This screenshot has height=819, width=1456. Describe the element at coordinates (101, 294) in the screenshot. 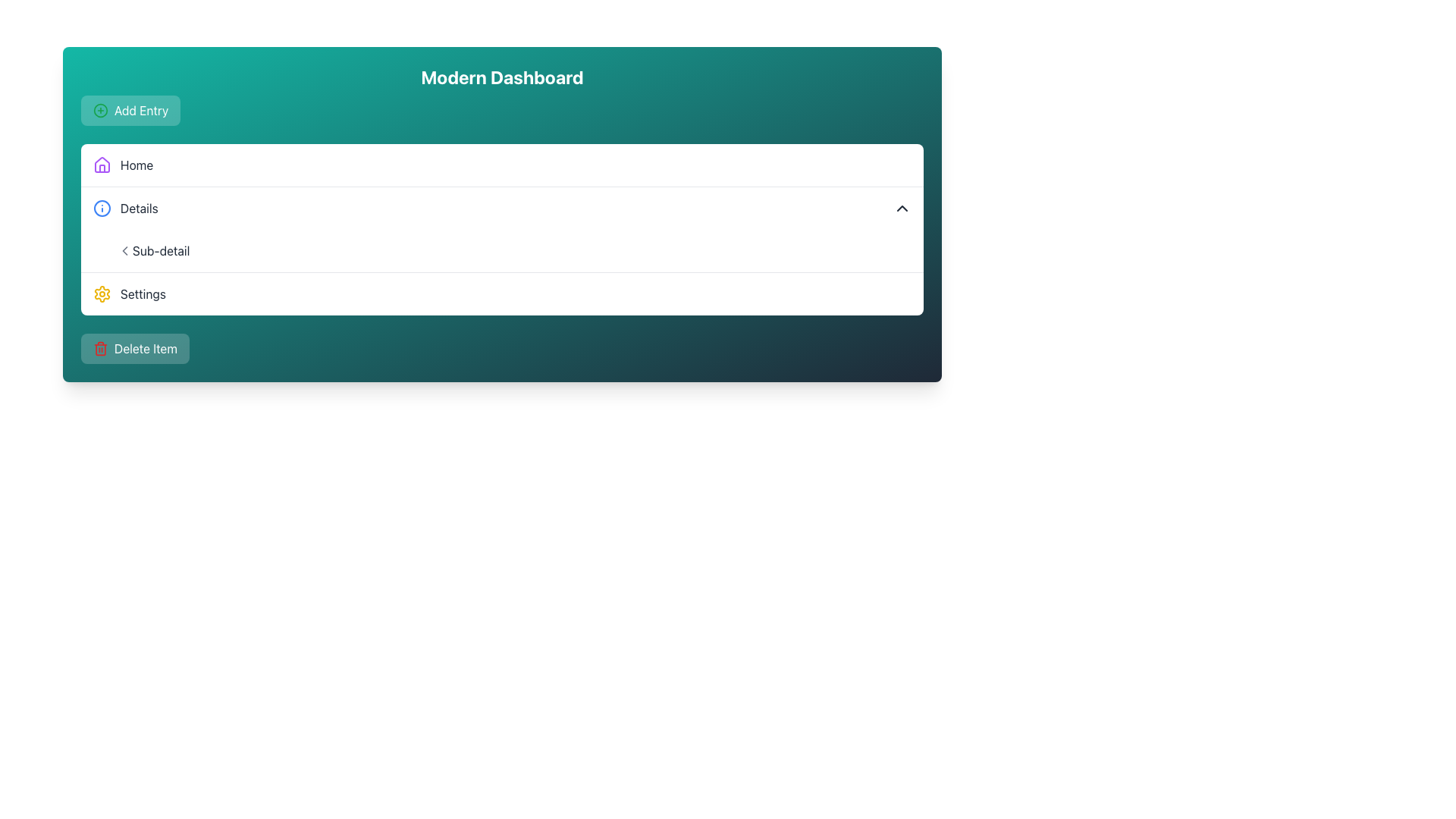

I see `the yellow gear icon that represents the settings functionality, located to the left of the 'Settings' label in the fourth row of the interface options` at that location.